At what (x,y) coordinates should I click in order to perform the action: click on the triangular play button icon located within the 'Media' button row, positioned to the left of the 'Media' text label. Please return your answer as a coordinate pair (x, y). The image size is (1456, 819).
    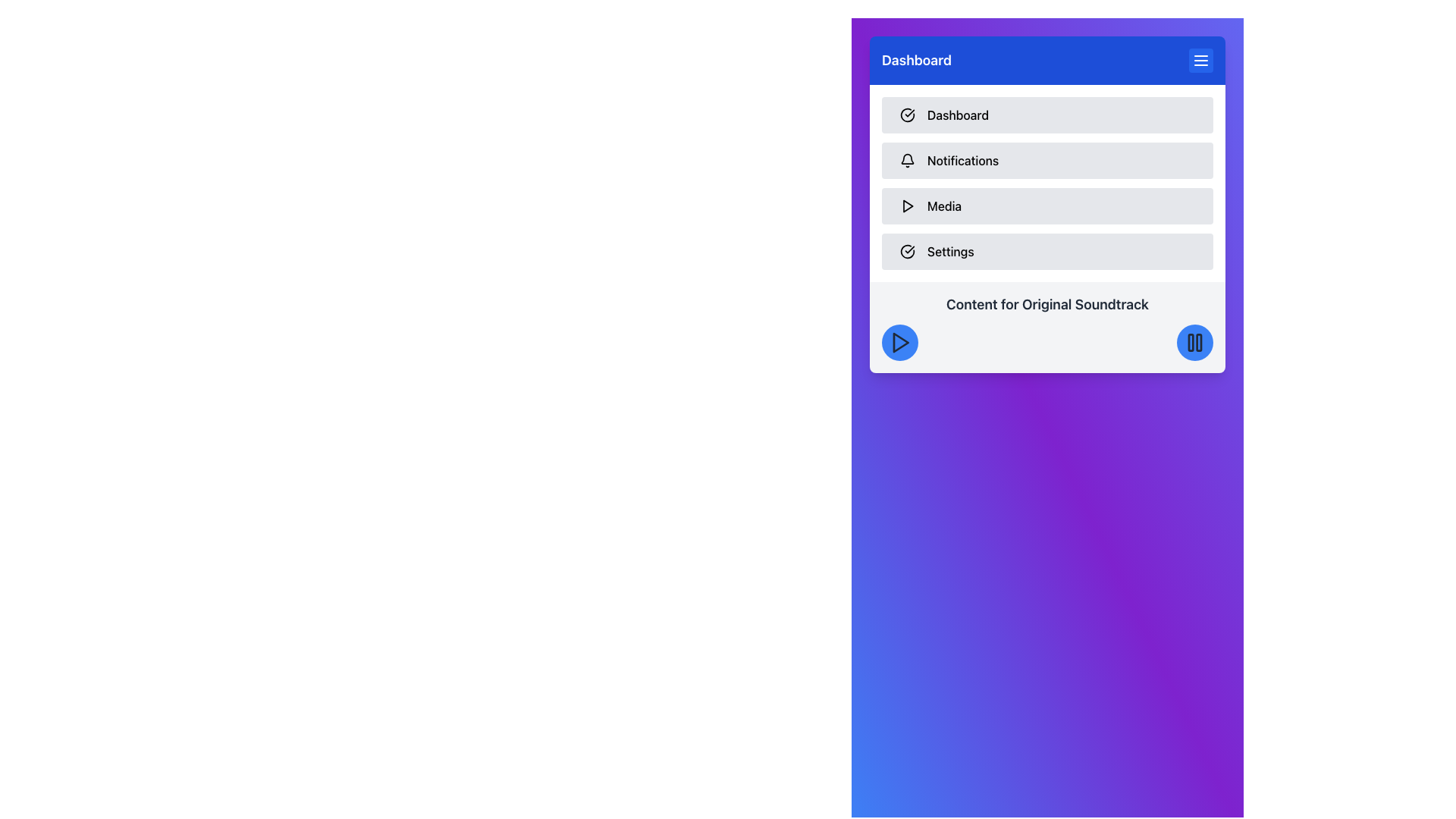
    Looking at the image, I should click on (907, 206).